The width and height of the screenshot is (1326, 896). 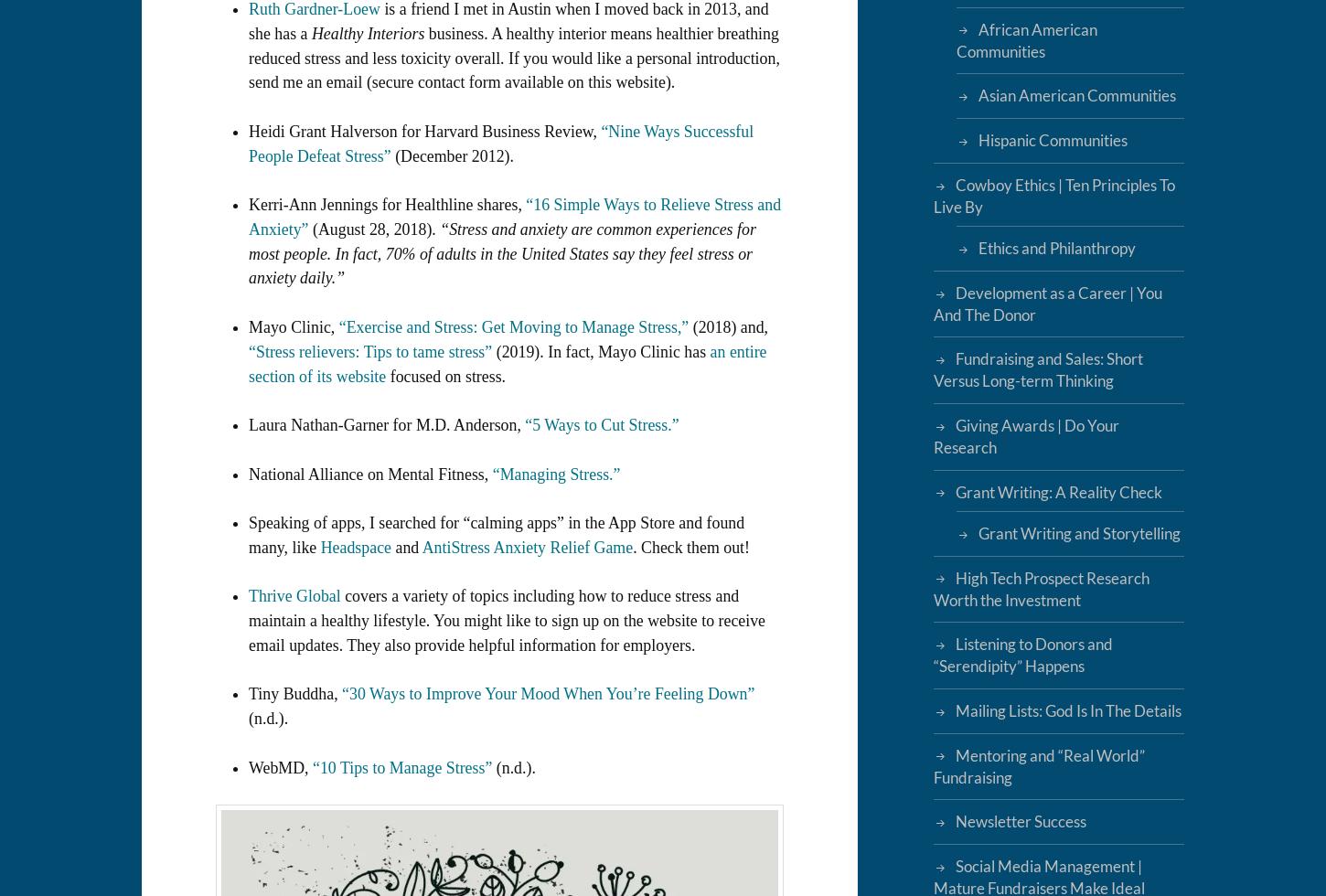 I want to click on '(2019). In fact, Mayo Clinic has', so click(x=599, y=350).